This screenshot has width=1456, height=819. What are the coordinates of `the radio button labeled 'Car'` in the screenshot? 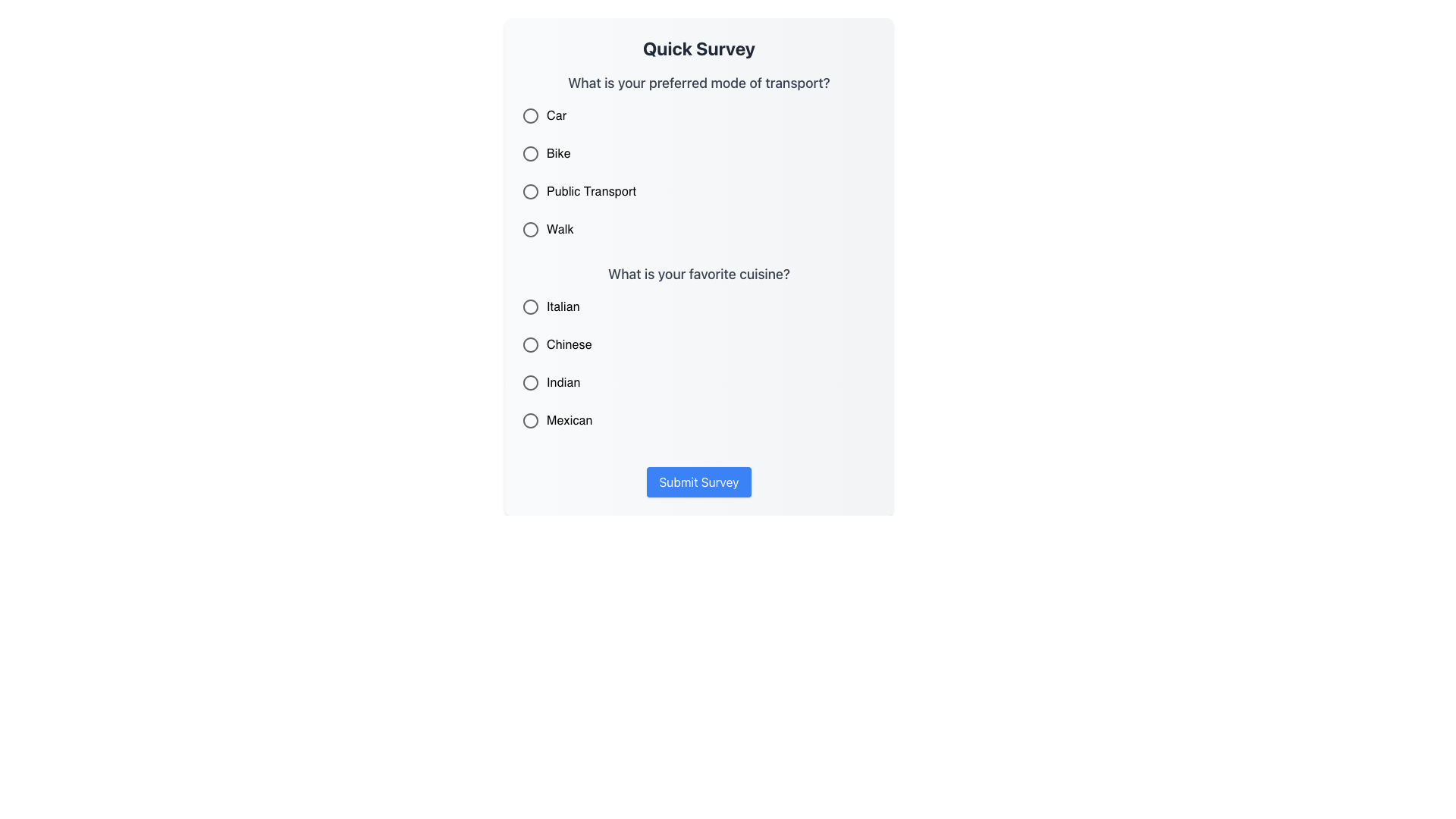 It's located at (688, 115).